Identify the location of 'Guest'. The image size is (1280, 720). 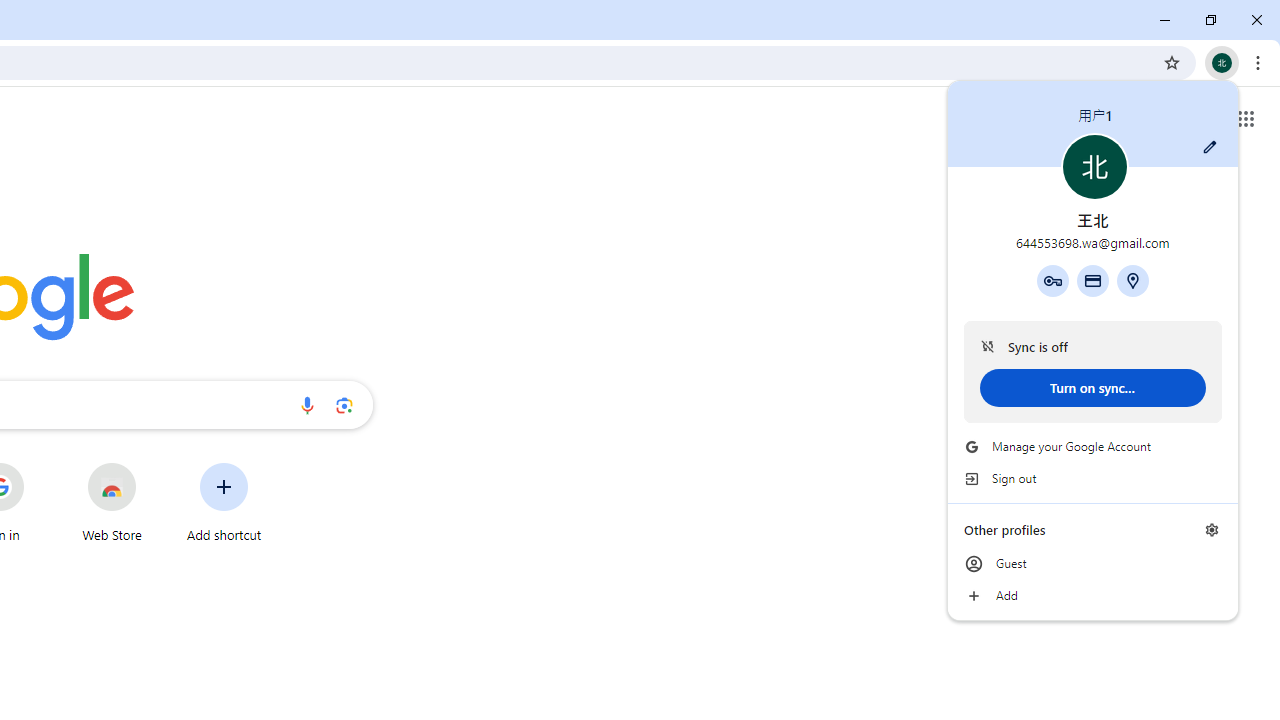
(1092, 564).